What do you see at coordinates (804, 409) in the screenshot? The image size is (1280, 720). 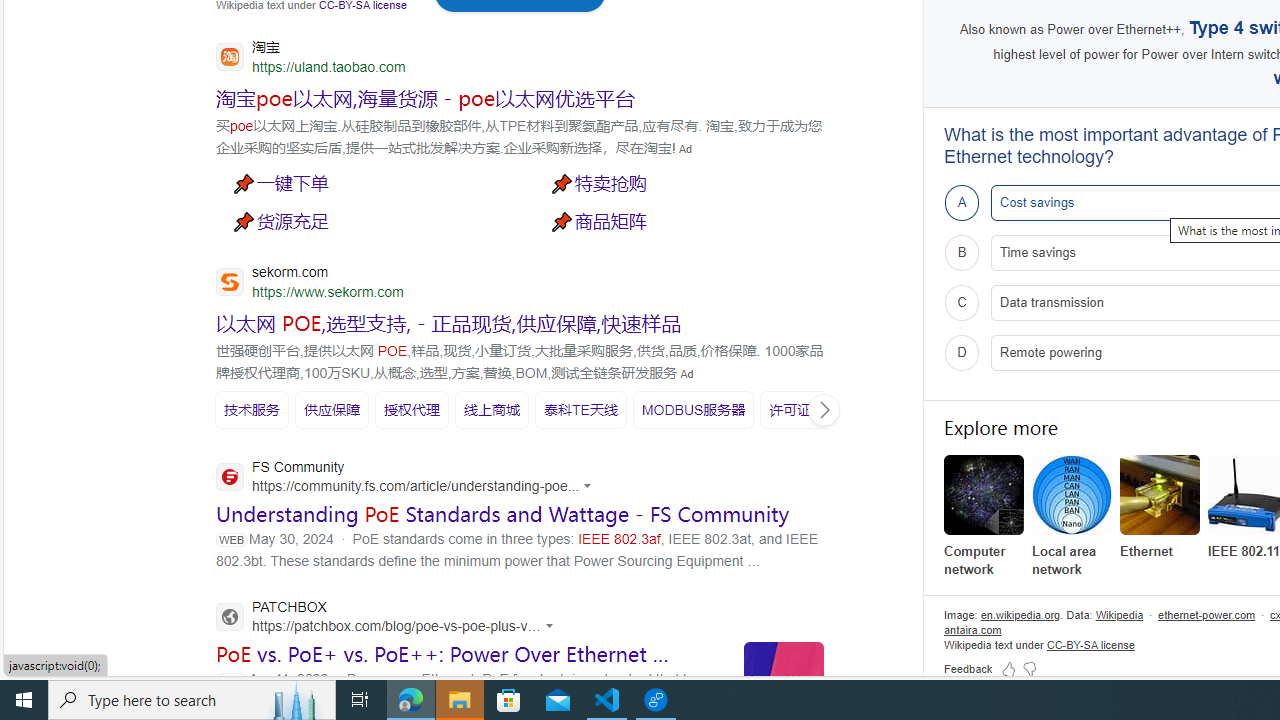 I see `'SERP,5932'` at bounding box center [804, 409].